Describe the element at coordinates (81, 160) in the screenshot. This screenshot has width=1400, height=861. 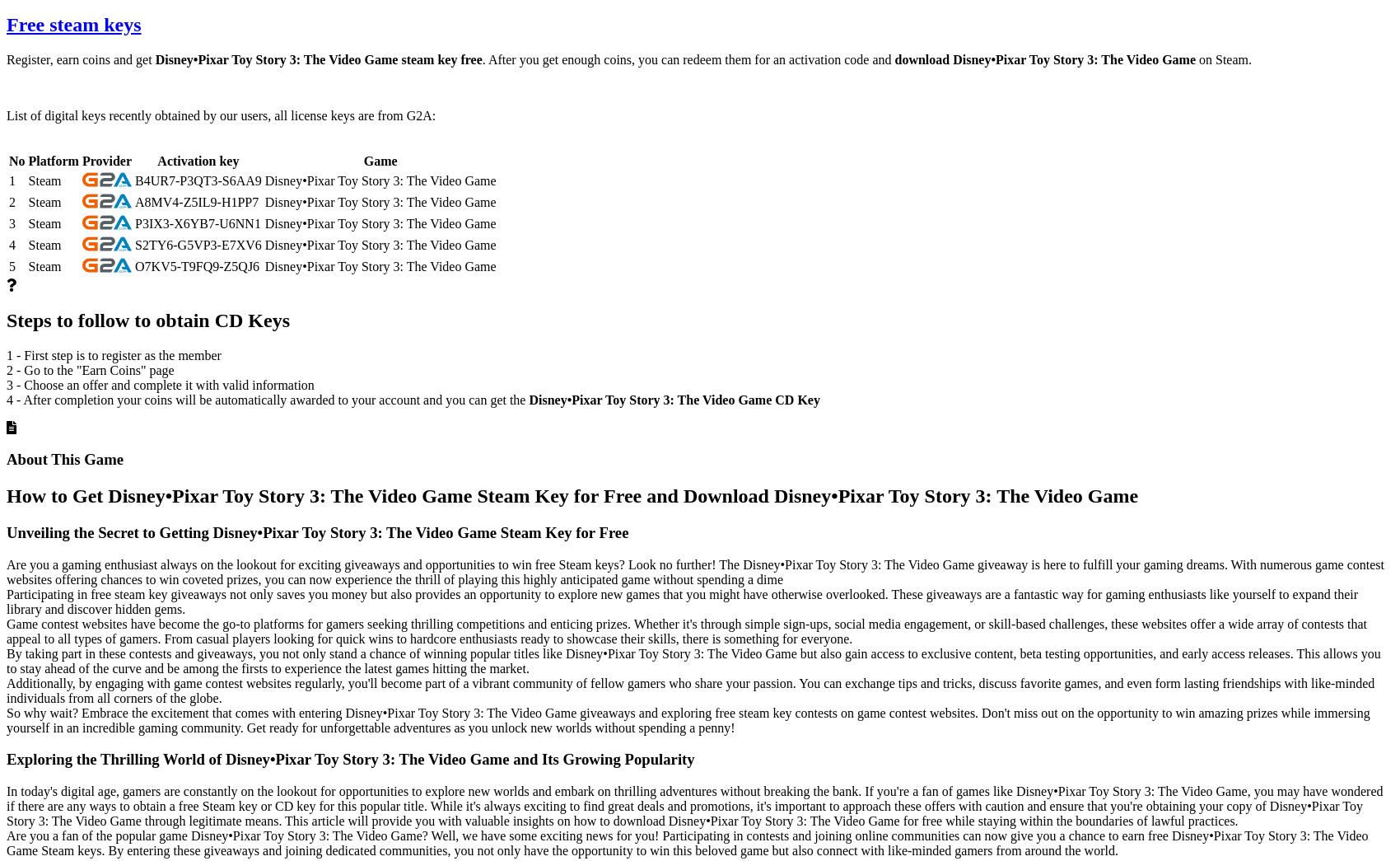
I see `'Provider'` at that location.